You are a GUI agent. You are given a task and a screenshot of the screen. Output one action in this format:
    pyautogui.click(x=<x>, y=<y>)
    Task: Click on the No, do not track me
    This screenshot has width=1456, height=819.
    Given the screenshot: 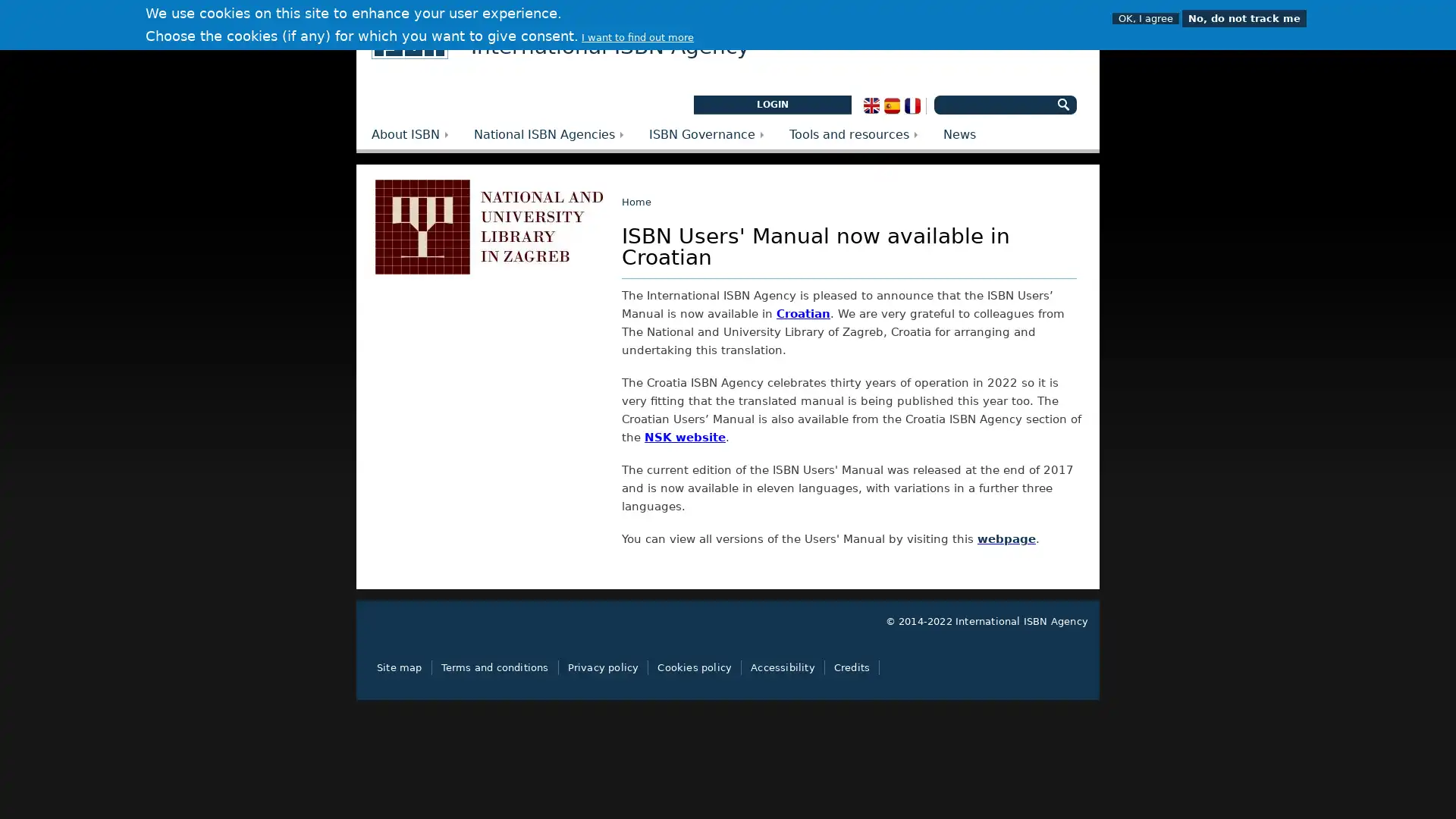 What is the action you would take?
    pyautogui.click(x=1244, y=18)
    